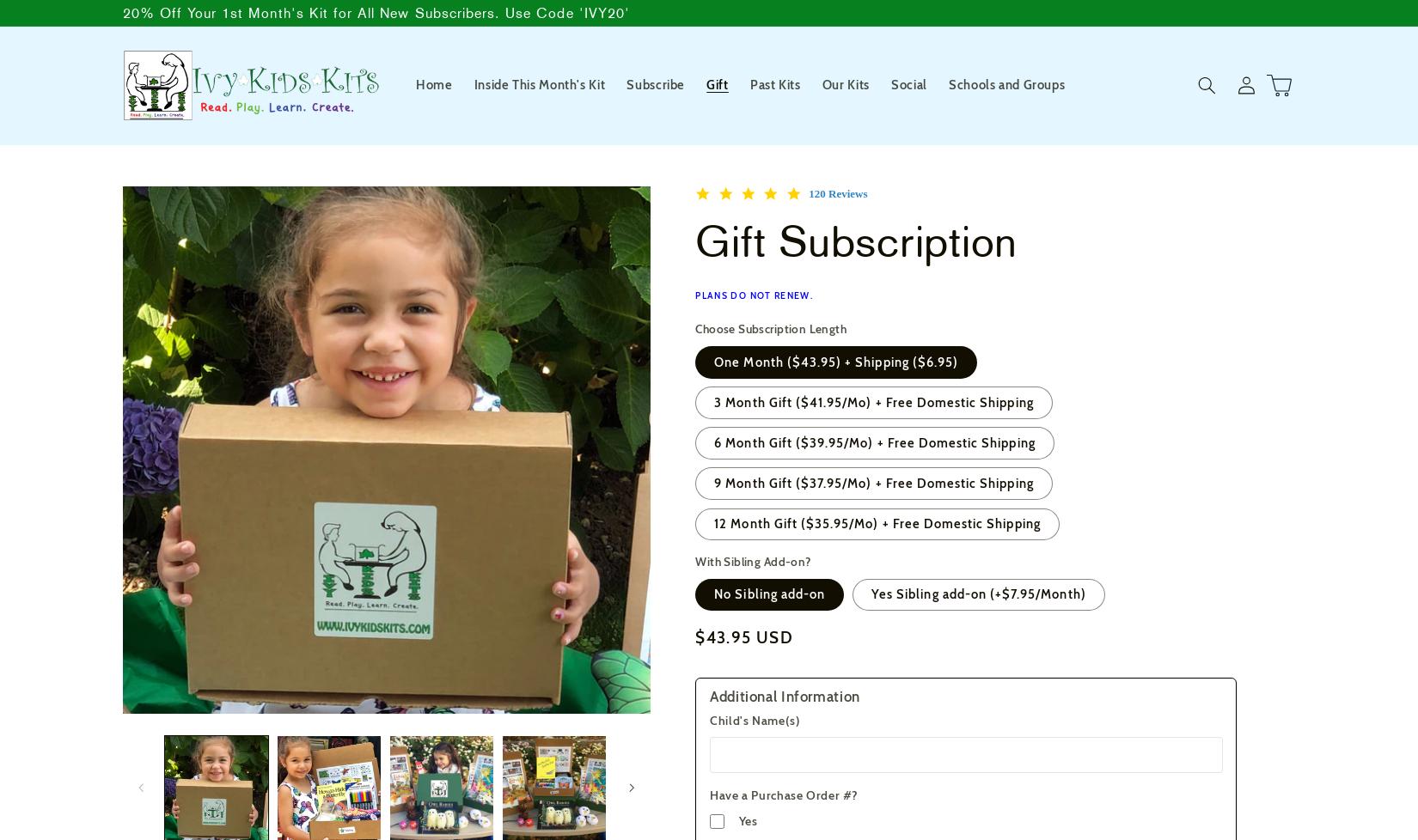 This screenshot has width=1418, height=840. I want to click on 'Gift Subscription', so click(856, 240).